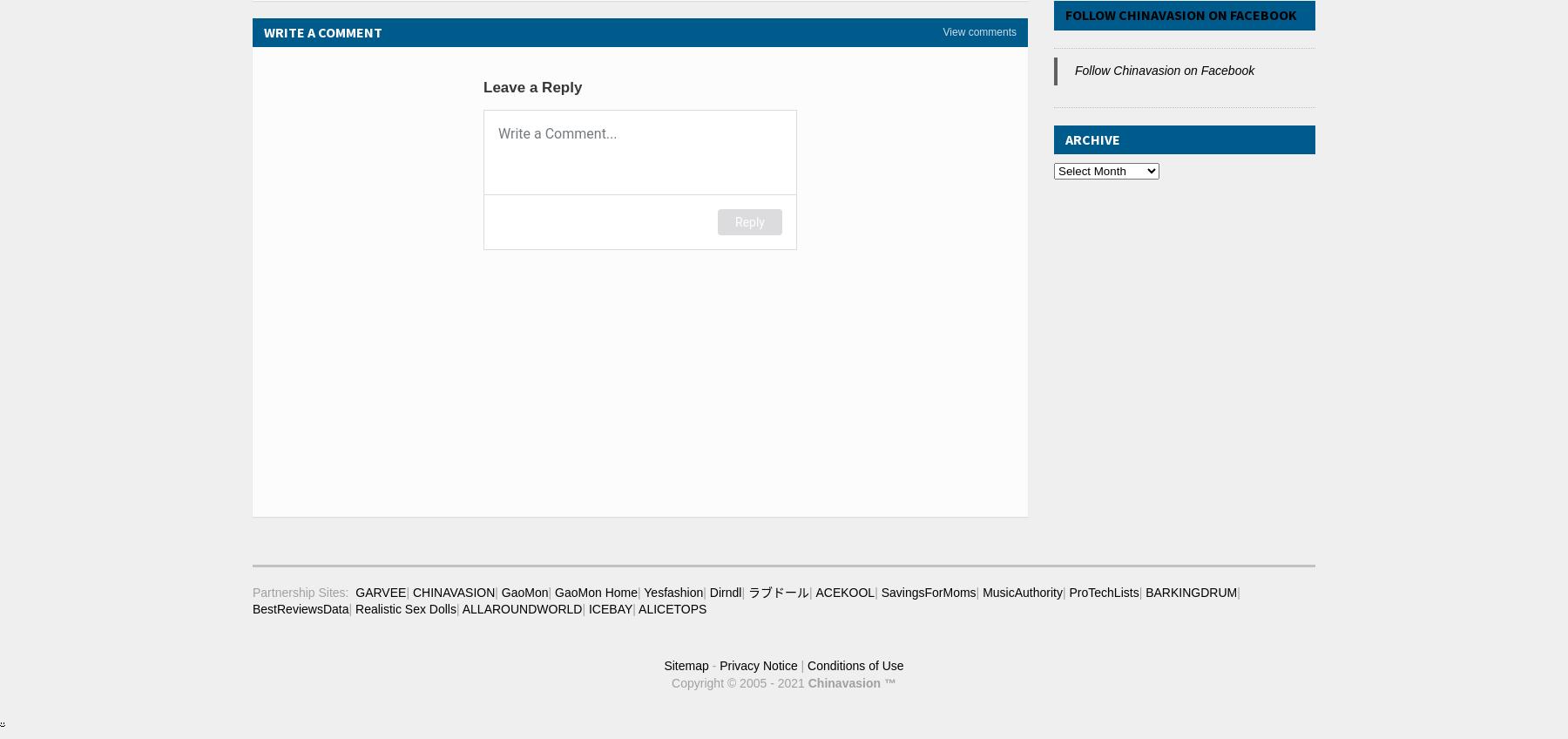  I want to click on '-', so click(713, 664).